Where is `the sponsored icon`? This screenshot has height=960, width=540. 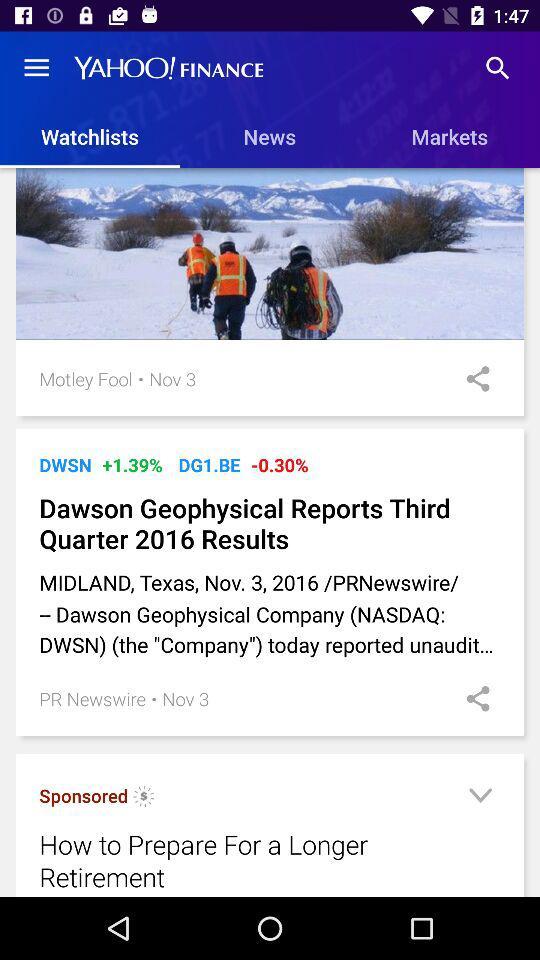 the sponsored icon is located at coordinates (82, 795).